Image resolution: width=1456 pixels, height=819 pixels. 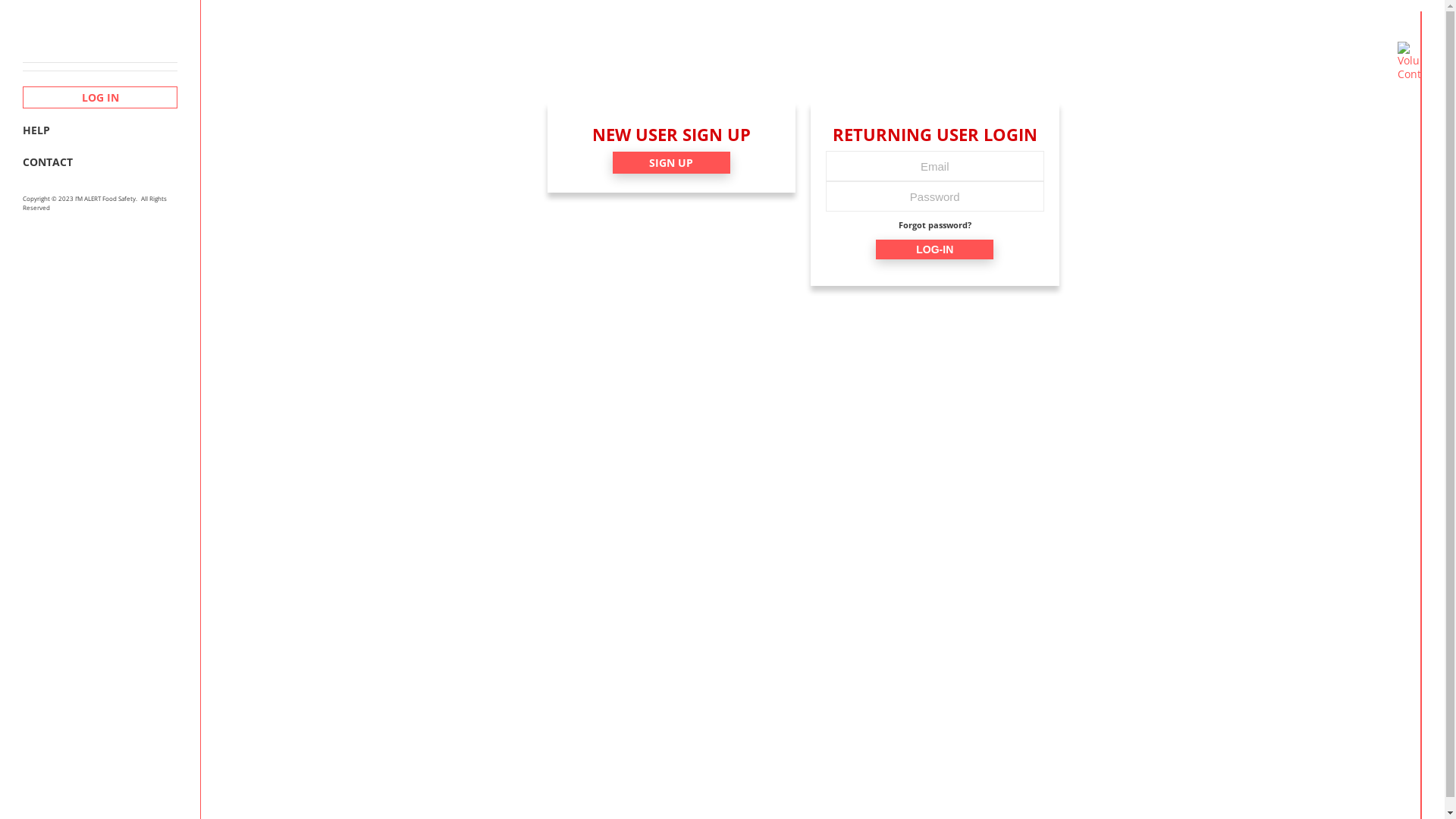 What do you see at coordinates (899, 225) in the screenshot?
I see `'Forgot password?'` at bounding box center [899, 225].